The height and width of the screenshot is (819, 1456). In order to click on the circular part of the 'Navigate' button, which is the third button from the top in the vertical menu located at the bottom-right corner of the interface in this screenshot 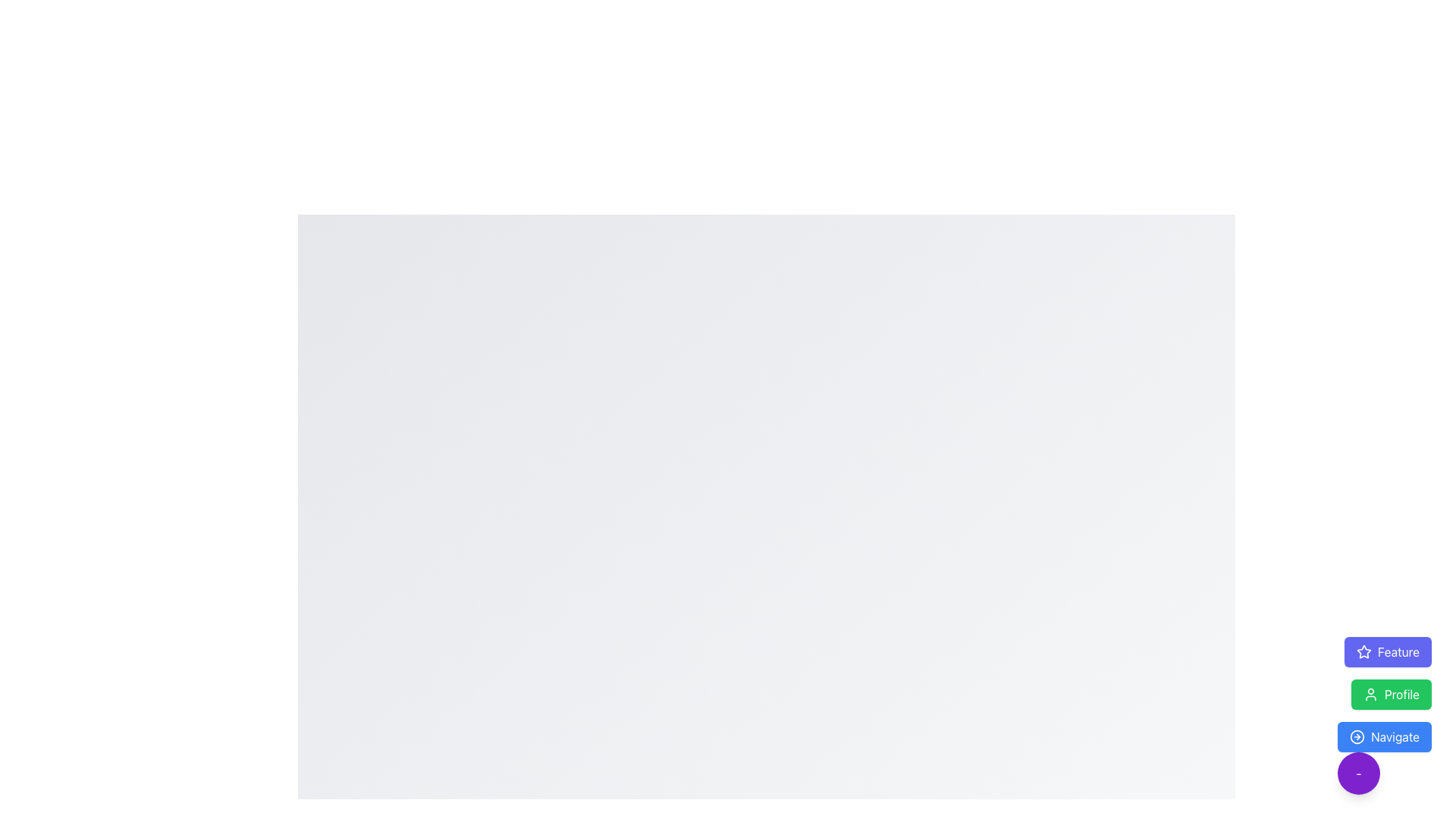, I will do `click(1357, 736)`.